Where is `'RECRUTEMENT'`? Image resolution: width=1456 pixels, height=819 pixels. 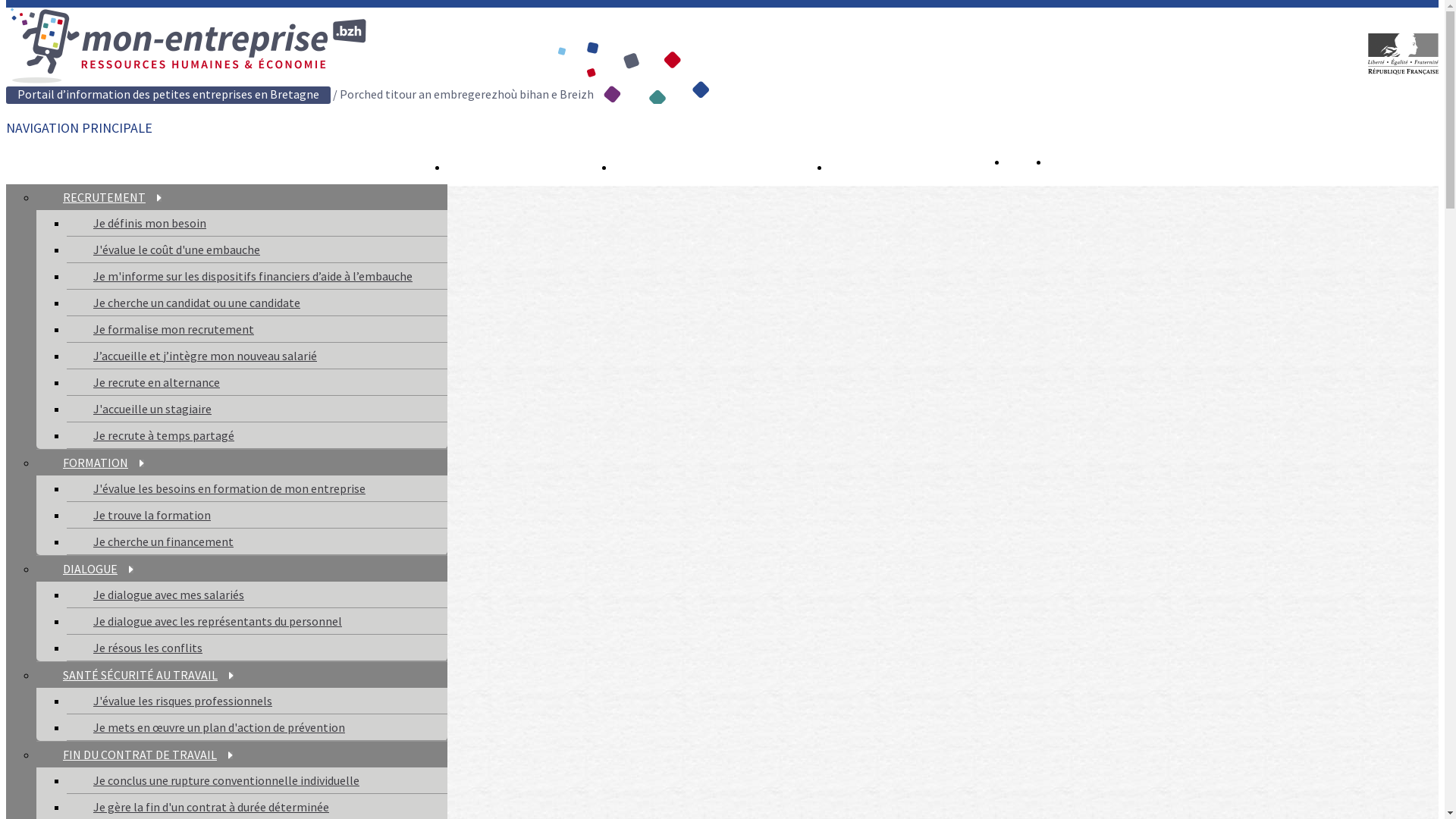 'RECRUTEMENT' is located at coordinates (111, 196).